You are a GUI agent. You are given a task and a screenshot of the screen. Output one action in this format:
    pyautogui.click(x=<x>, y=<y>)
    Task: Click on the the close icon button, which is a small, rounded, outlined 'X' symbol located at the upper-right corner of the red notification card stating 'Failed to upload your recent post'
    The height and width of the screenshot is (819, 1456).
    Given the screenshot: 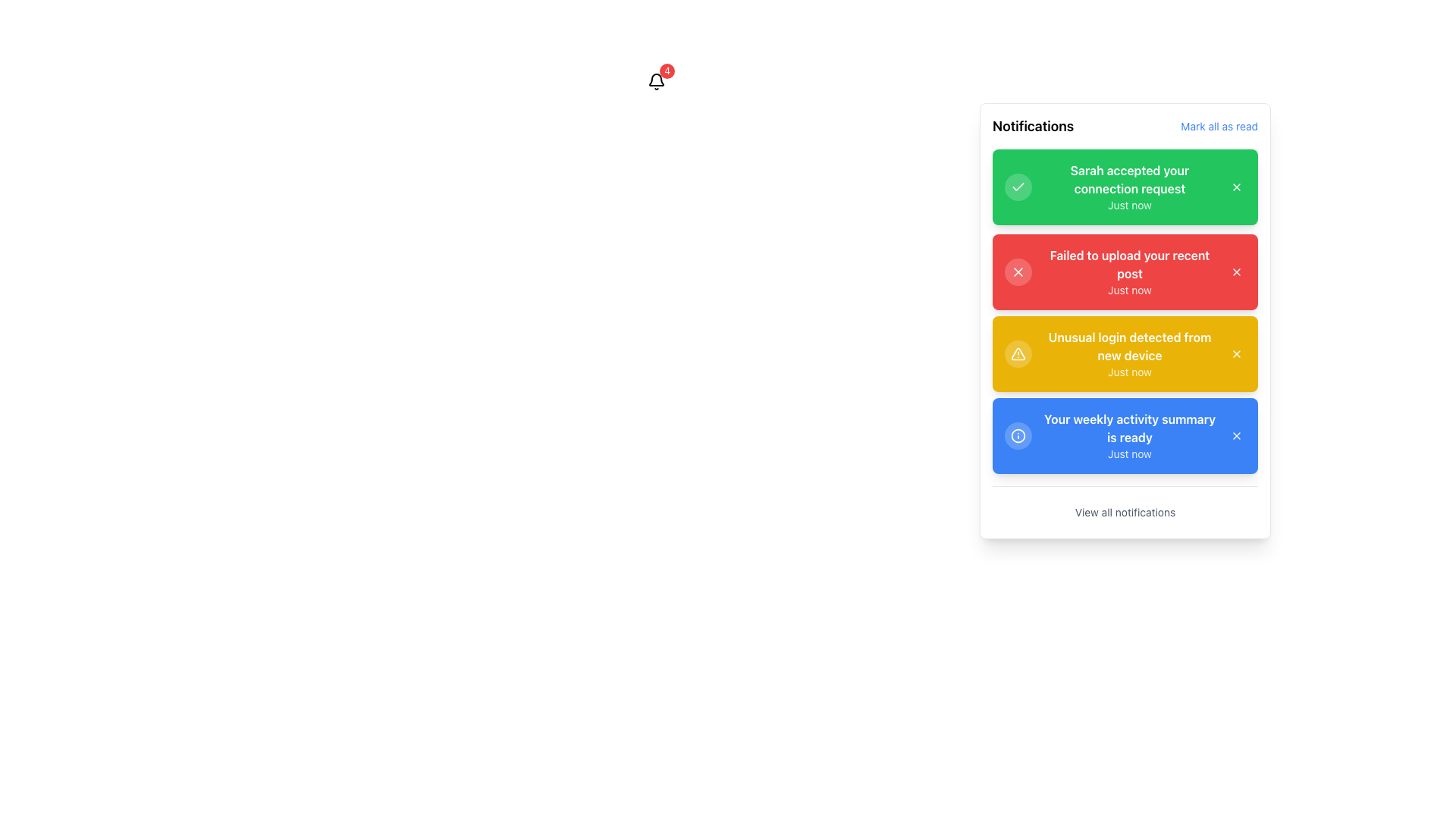 What is the action you would take?
    pyautogui.click(x=1237, y=271)
    